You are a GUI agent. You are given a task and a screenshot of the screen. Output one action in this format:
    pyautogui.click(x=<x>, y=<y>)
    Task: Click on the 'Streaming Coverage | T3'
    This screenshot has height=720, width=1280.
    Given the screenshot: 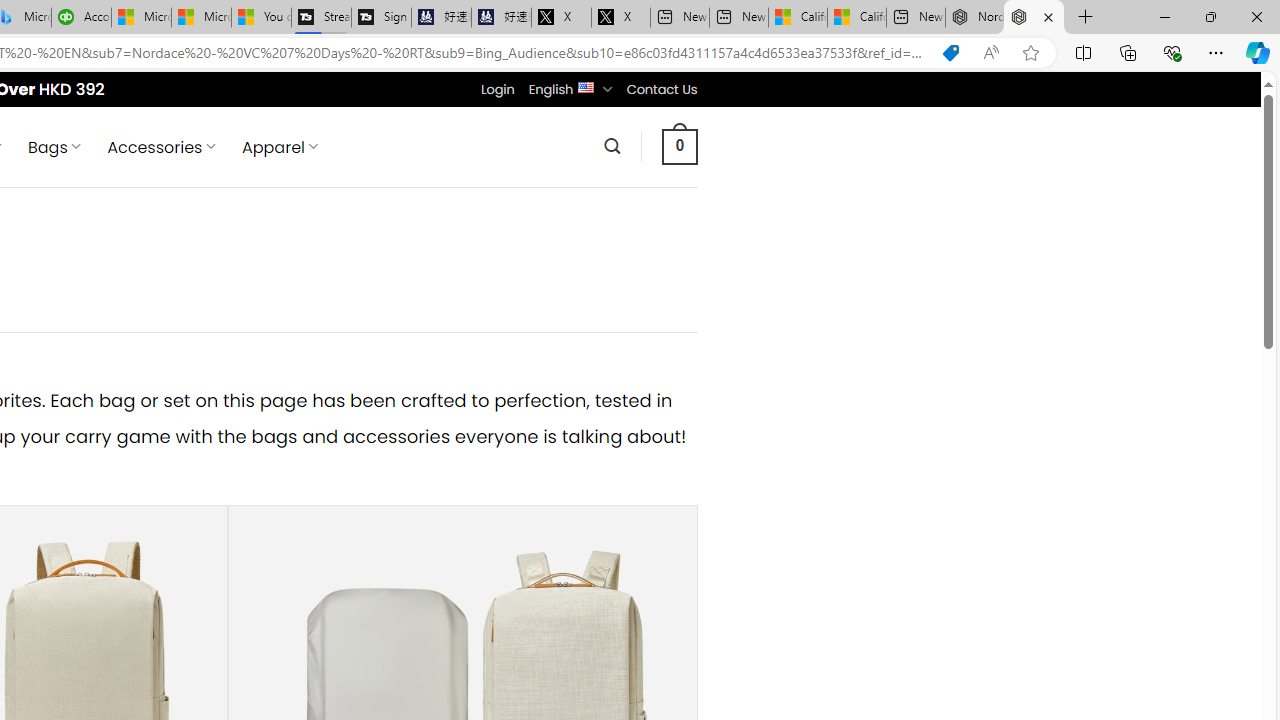 What is the action you would take?
    pyautogui.click(x=321, y=17)
    